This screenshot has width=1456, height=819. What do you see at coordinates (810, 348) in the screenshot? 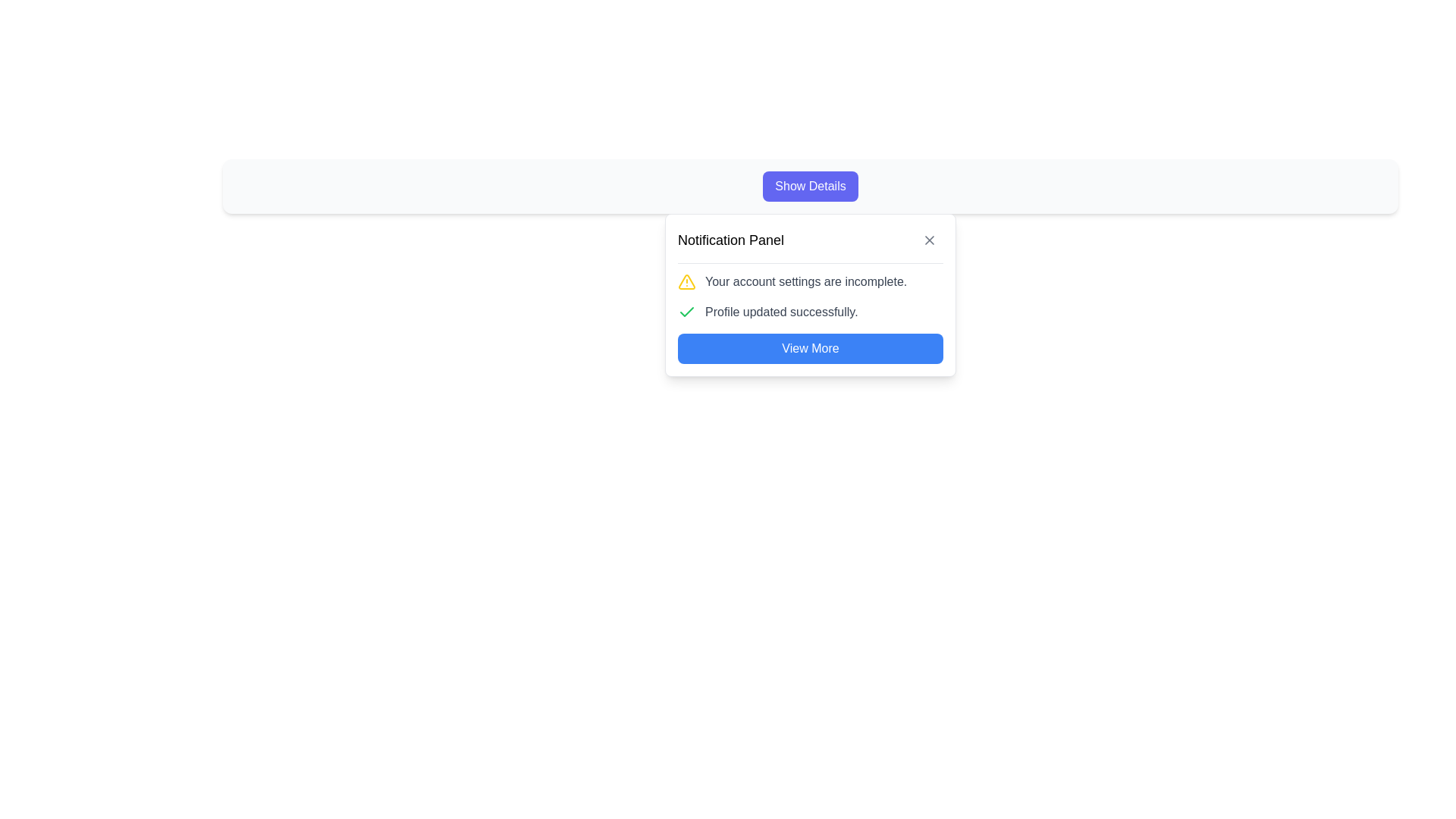
I see `the button at the bottom of the Notification Panel` at bounding box center [810, 348].